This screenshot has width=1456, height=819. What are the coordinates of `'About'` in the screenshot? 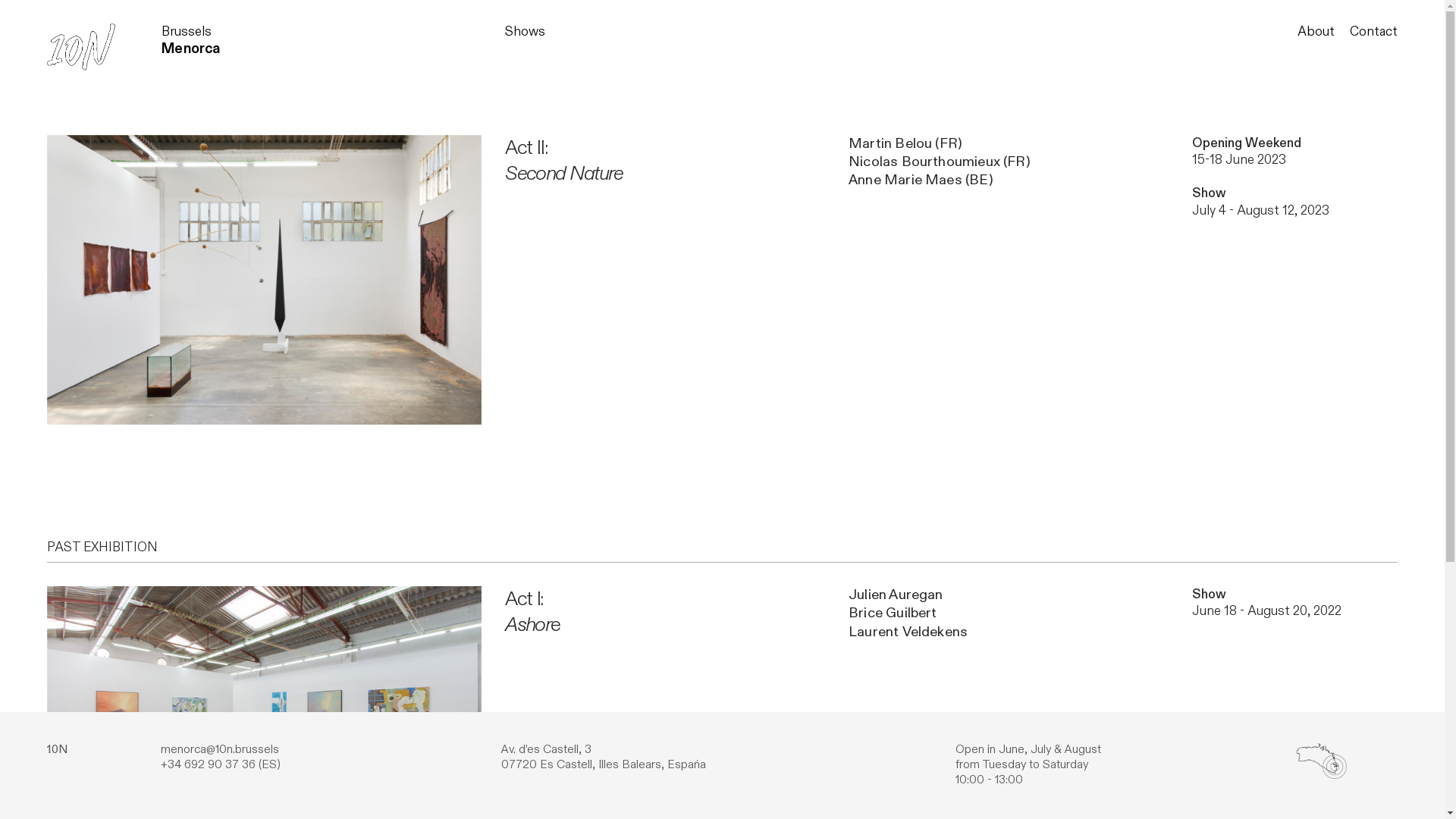 It's located at (1315, 31).